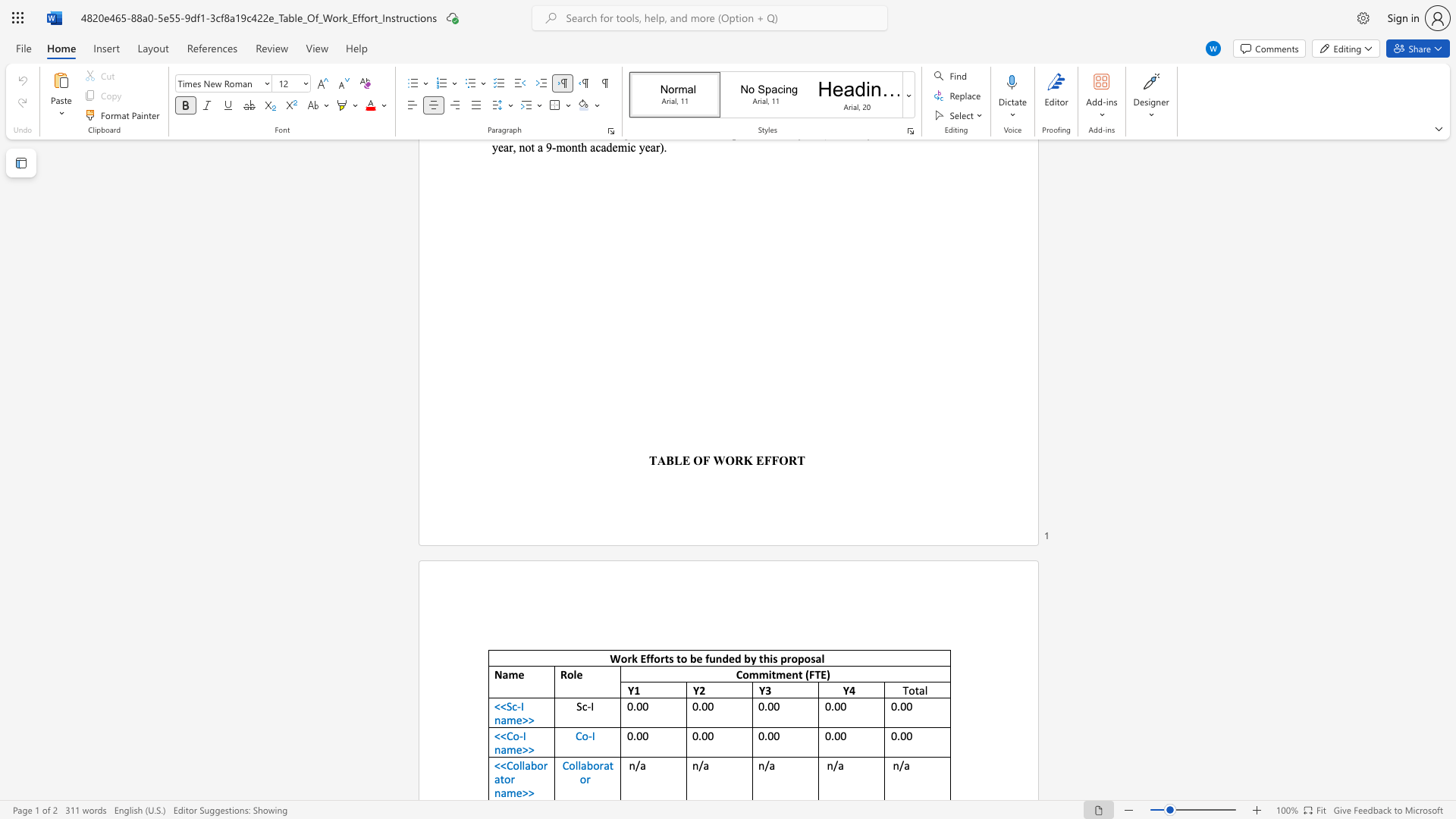  What do you see at coordinates (609, 765) in the screenshot?
I see `the subset text "tor" within the text "Collaborator"` at bounding box center [609, 765].